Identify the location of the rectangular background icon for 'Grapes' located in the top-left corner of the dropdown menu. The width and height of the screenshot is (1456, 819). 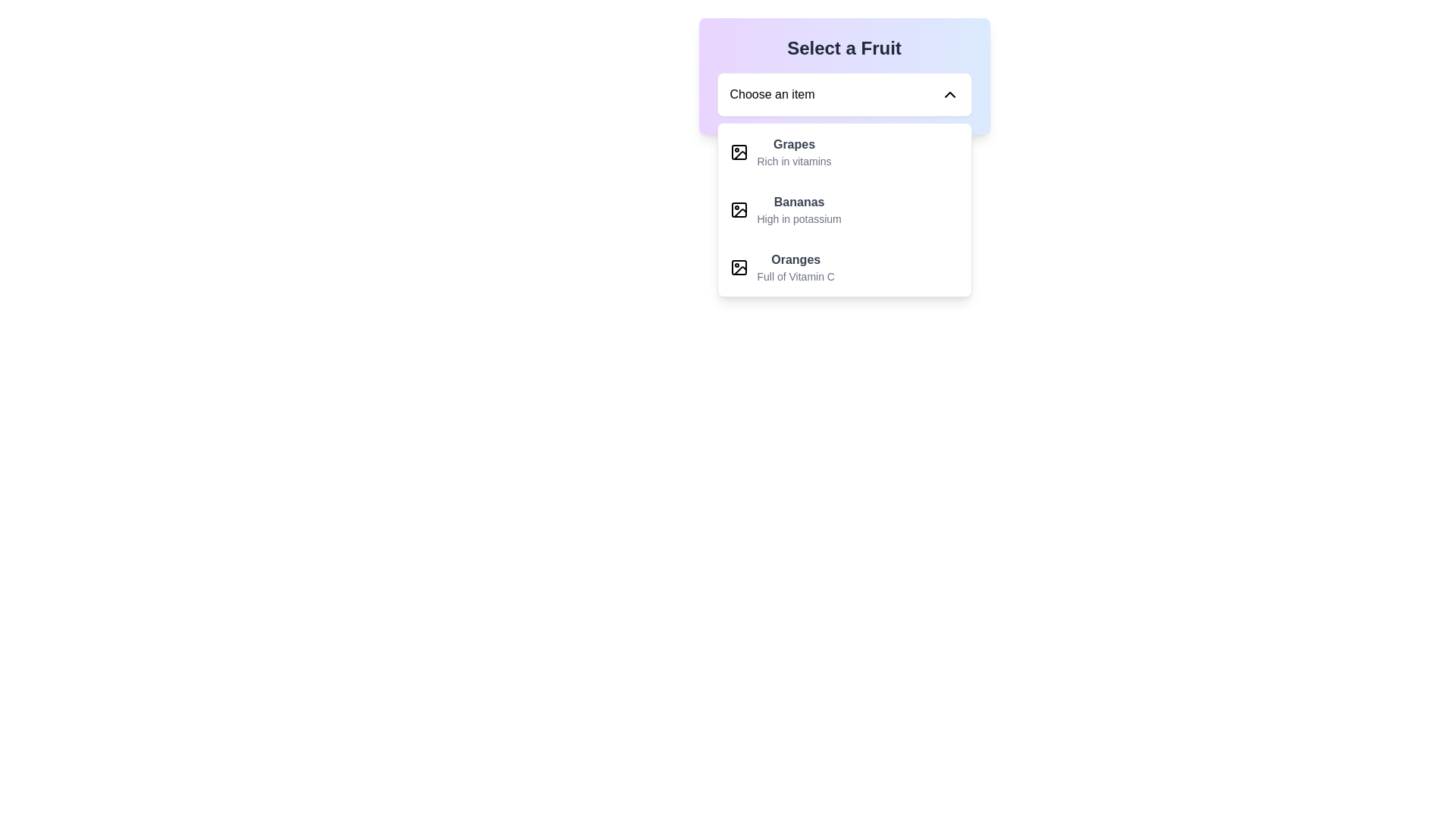
(739, 152).